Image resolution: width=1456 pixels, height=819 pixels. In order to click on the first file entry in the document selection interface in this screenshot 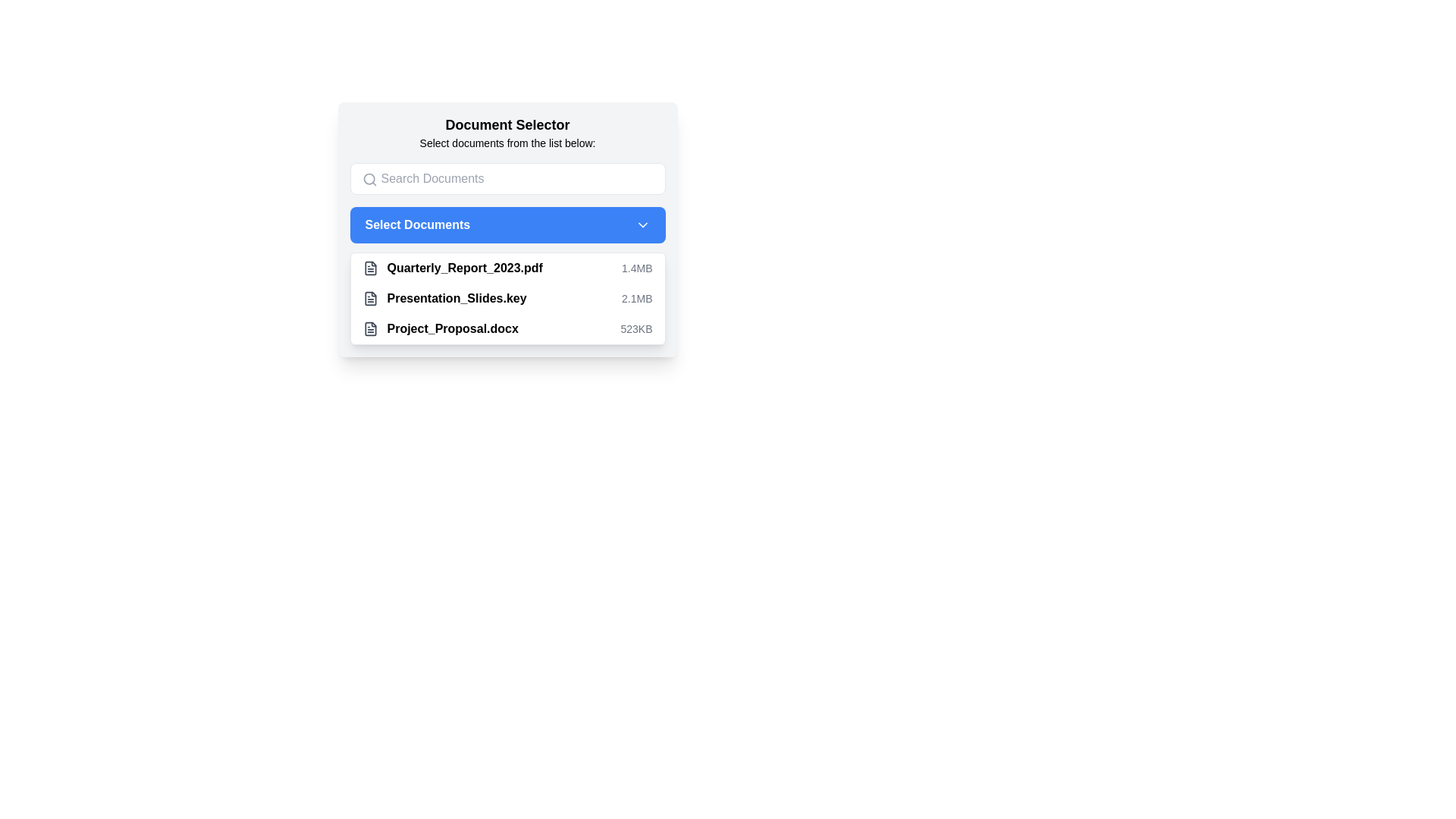, I will do `click(507, 268)`.